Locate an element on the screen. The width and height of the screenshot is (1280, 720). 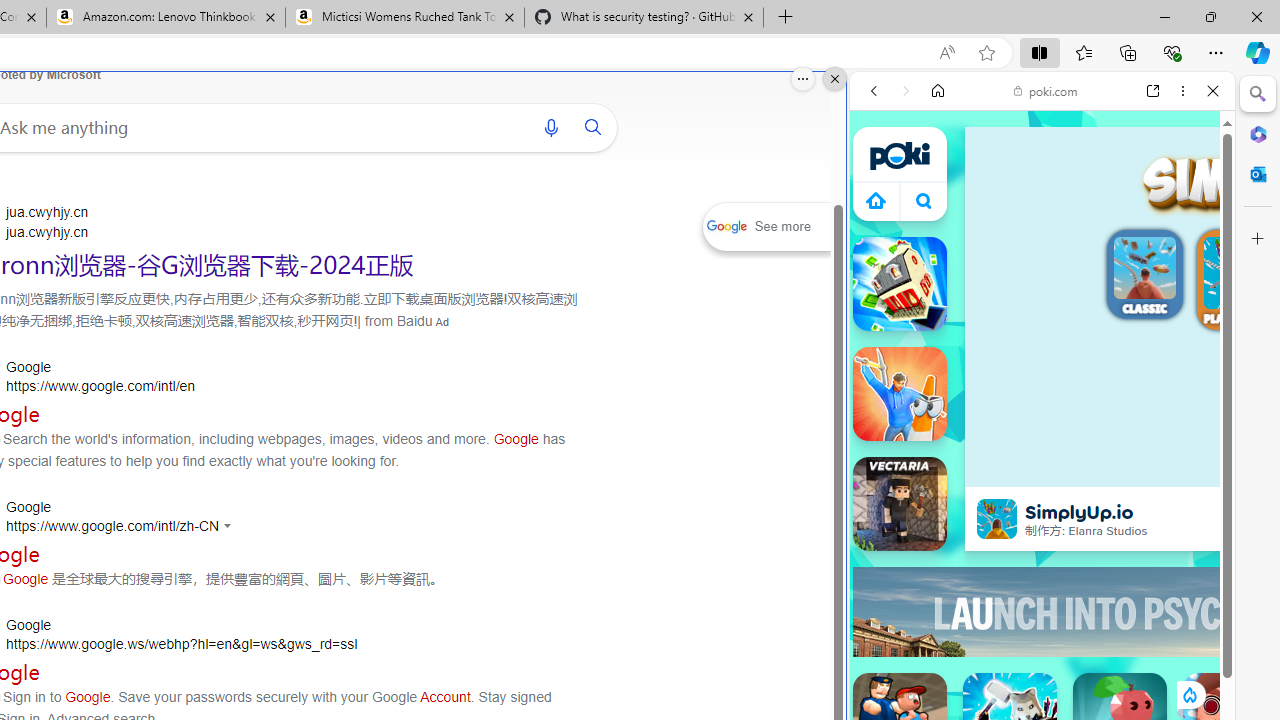
'Vectaria.io Vectaria.io' is located at coordinates (898, 502).